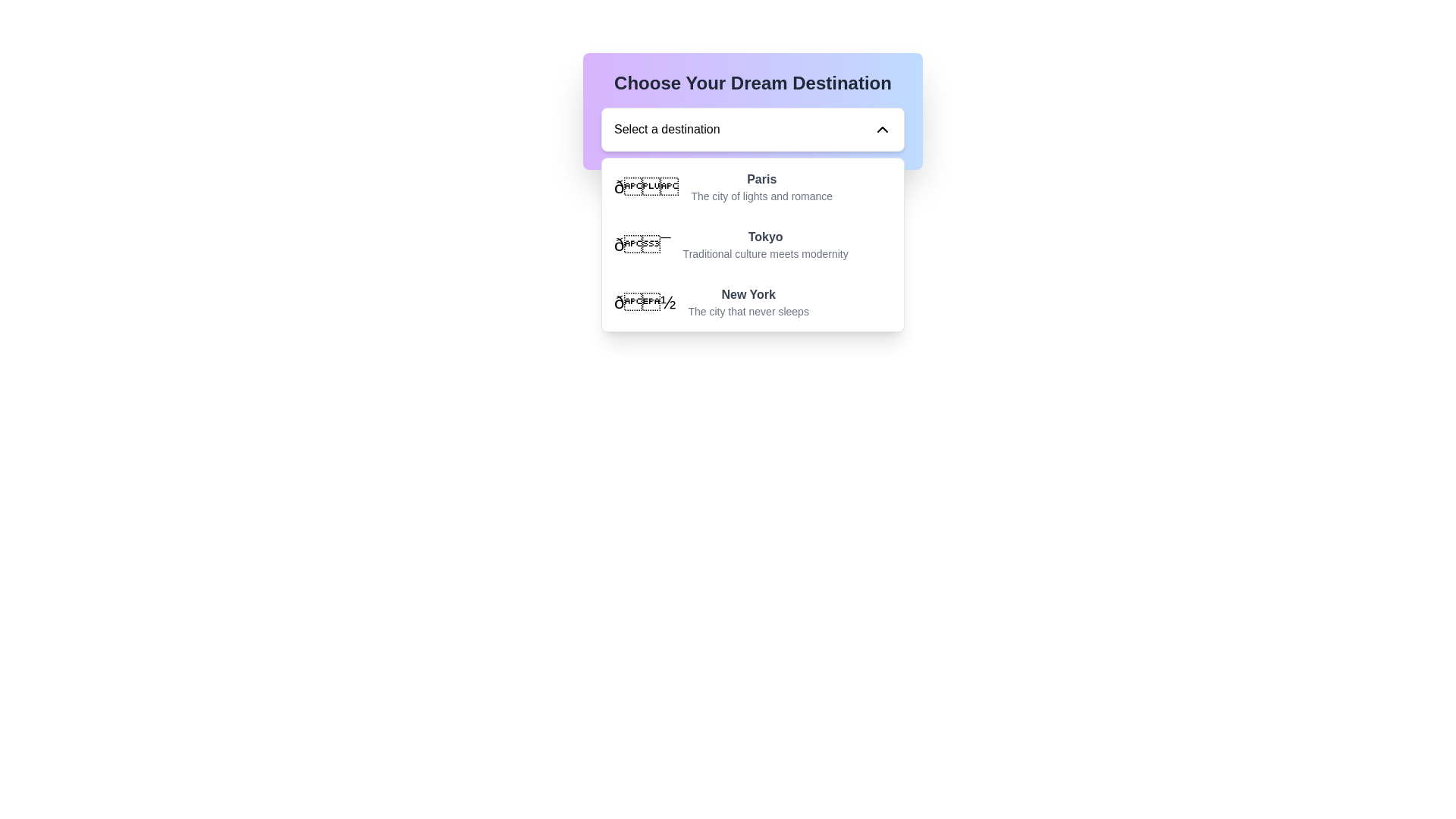 The height and width of the screenshot is (819, 1456). What do you see at coordinates (667, 128) in the screenshot?
I see `text from the label indicating the destination selection, located under the heading 'Choose Your Dream Destination', inside a white rounded rectangle` at bounding box center [667, 128].